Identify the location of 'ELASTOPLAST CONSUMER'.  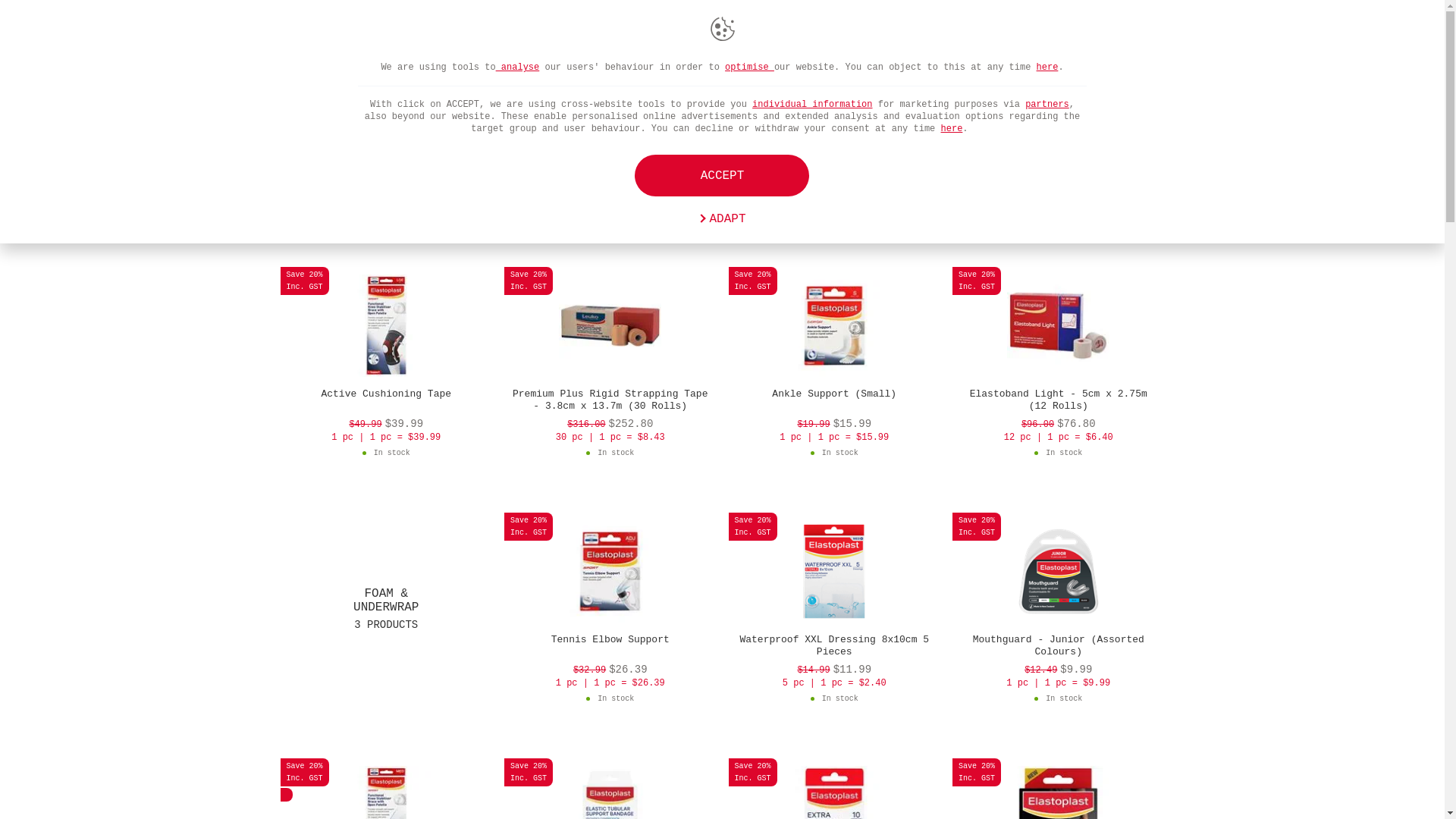
(876, 32).